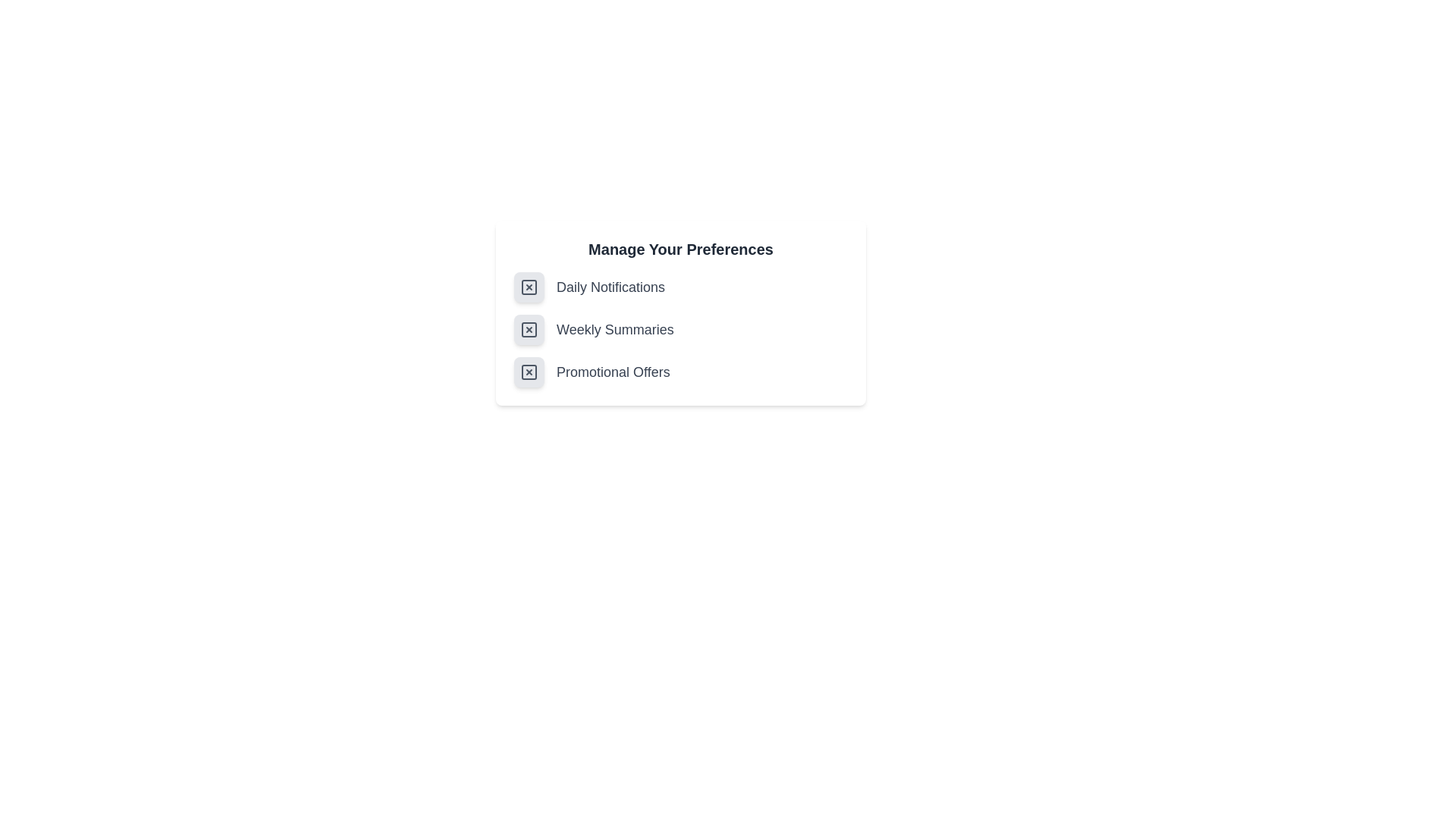  What do you see at coordinates (529, 287) in the screenshot?
I see `the 'Daily Notifications' checkbox` at bounding box center [529, 287].